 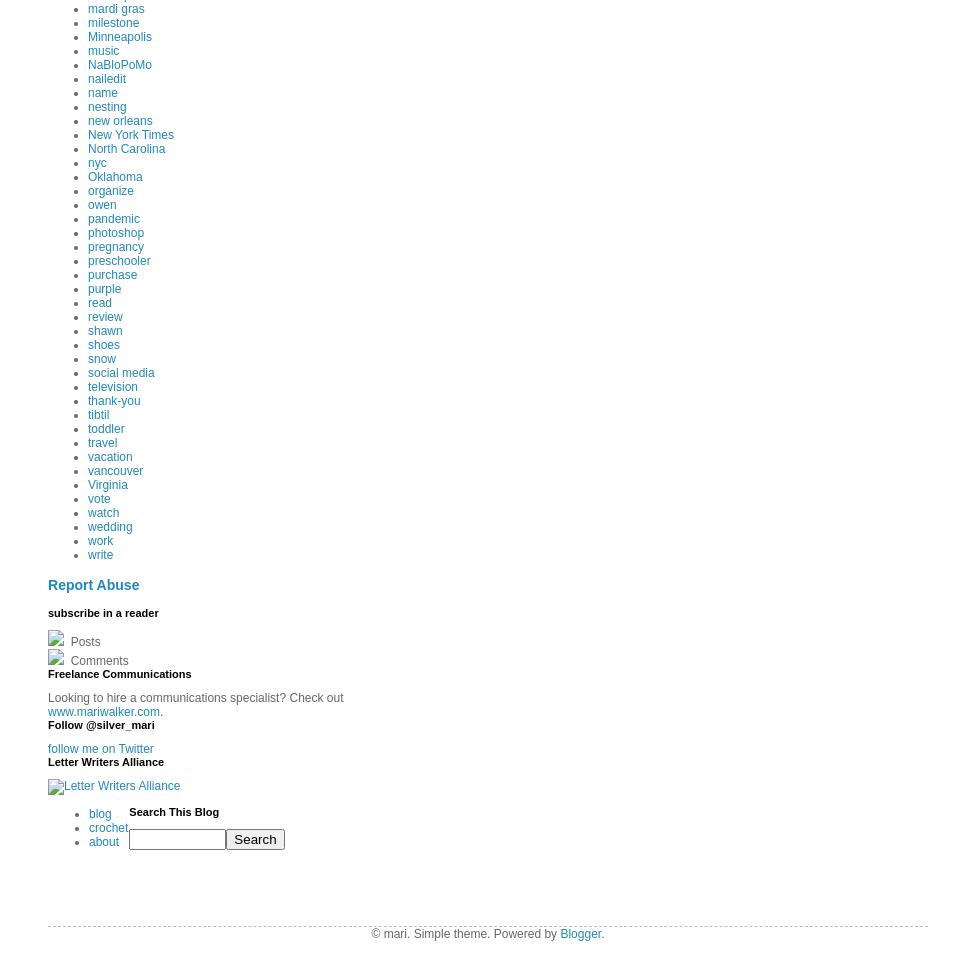 What do you see at coordinates (112, 274) in the screenshot?
I see `'purchase'` at bounding box center [112, 274].